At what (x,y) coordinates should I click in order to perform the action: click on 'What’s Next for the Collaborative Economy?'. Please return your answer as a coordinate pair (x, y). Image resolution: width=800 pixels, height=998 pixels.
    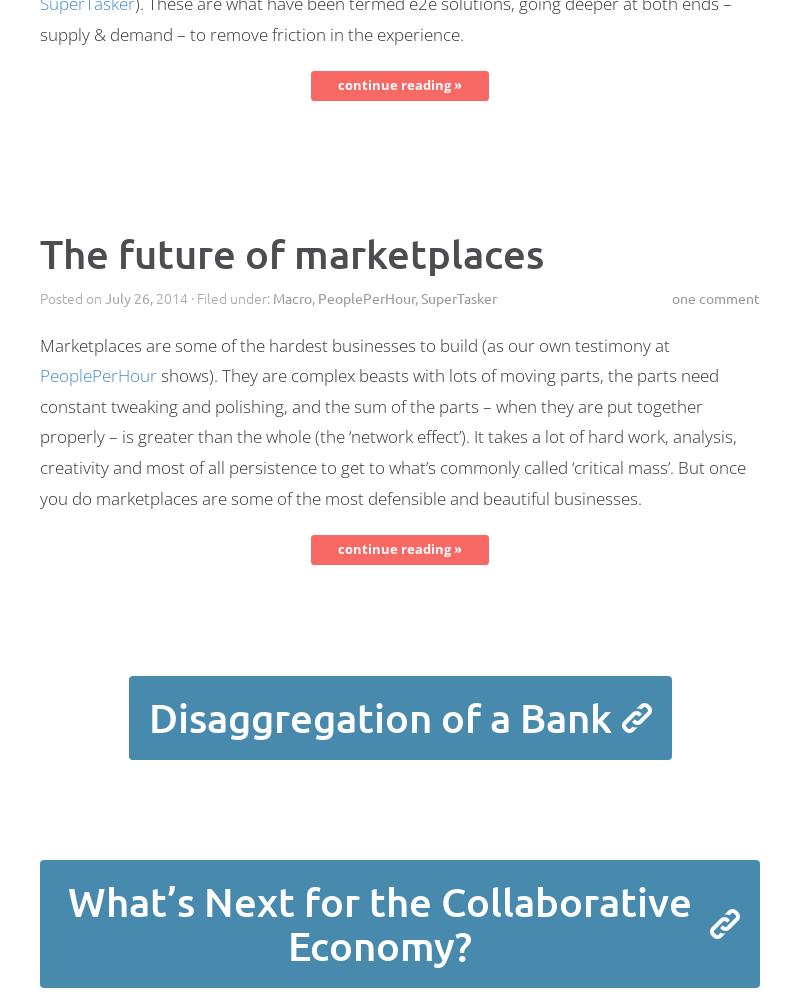
    Looking at the image, I should click on (68, 922).